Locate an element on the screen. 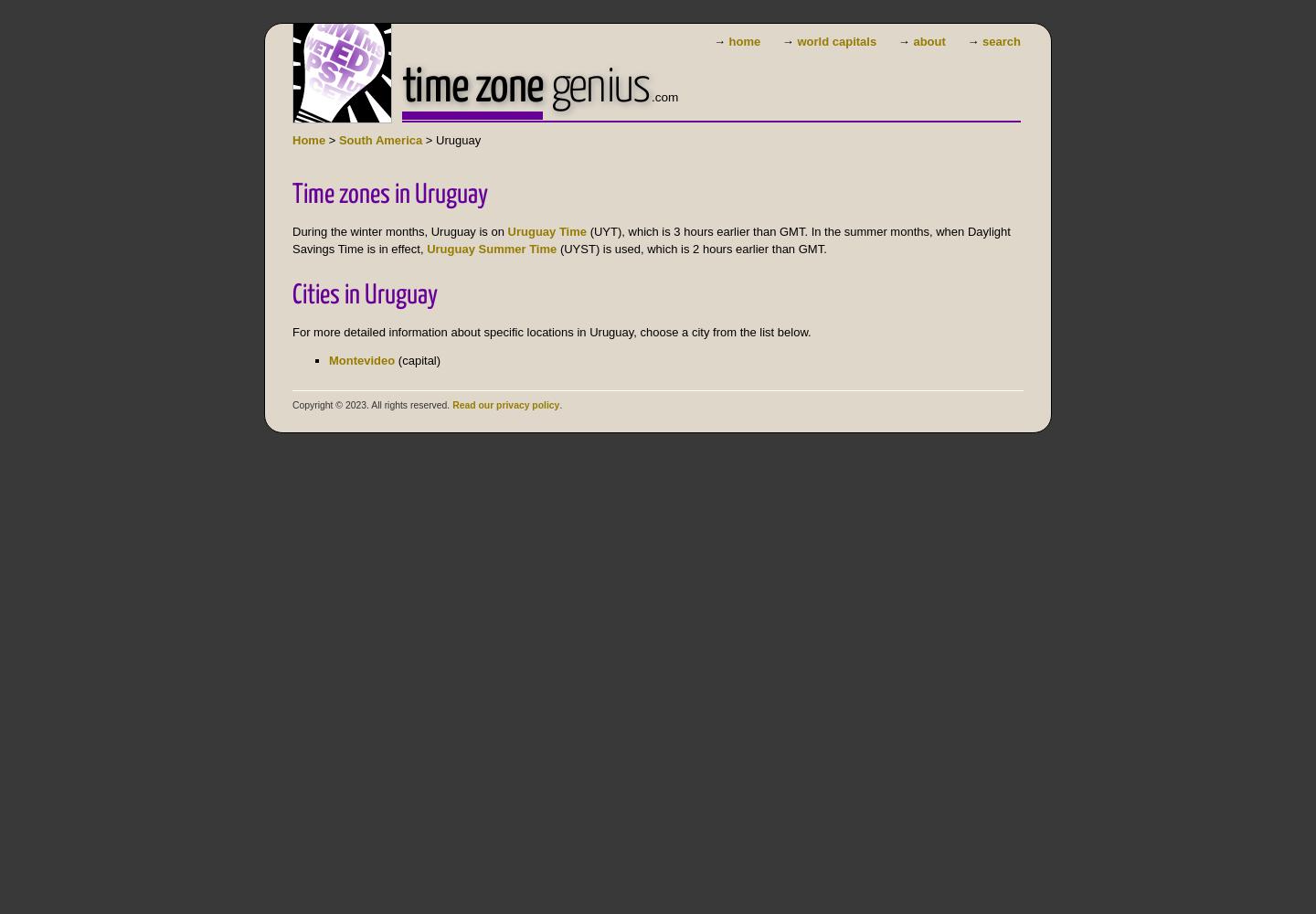  'home' is located at coordinates (744, 41).